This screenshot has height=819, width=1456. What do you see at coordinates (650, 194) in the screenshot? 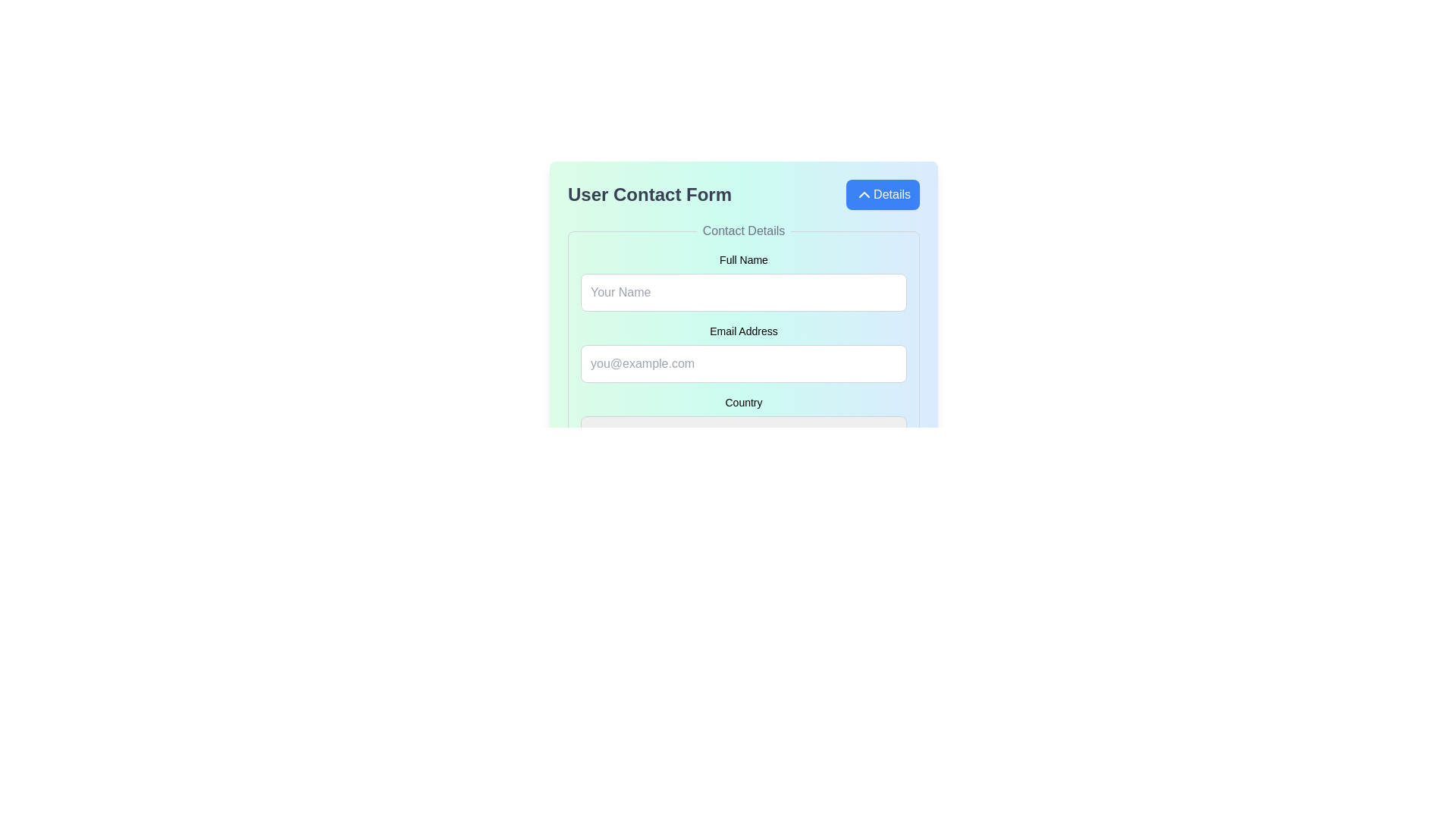
I see `the 'User Contact Form' text label header, which is prominently displayed at the top of the section, styled with a large bold font and grayish color` at bounding box center [650, 194].